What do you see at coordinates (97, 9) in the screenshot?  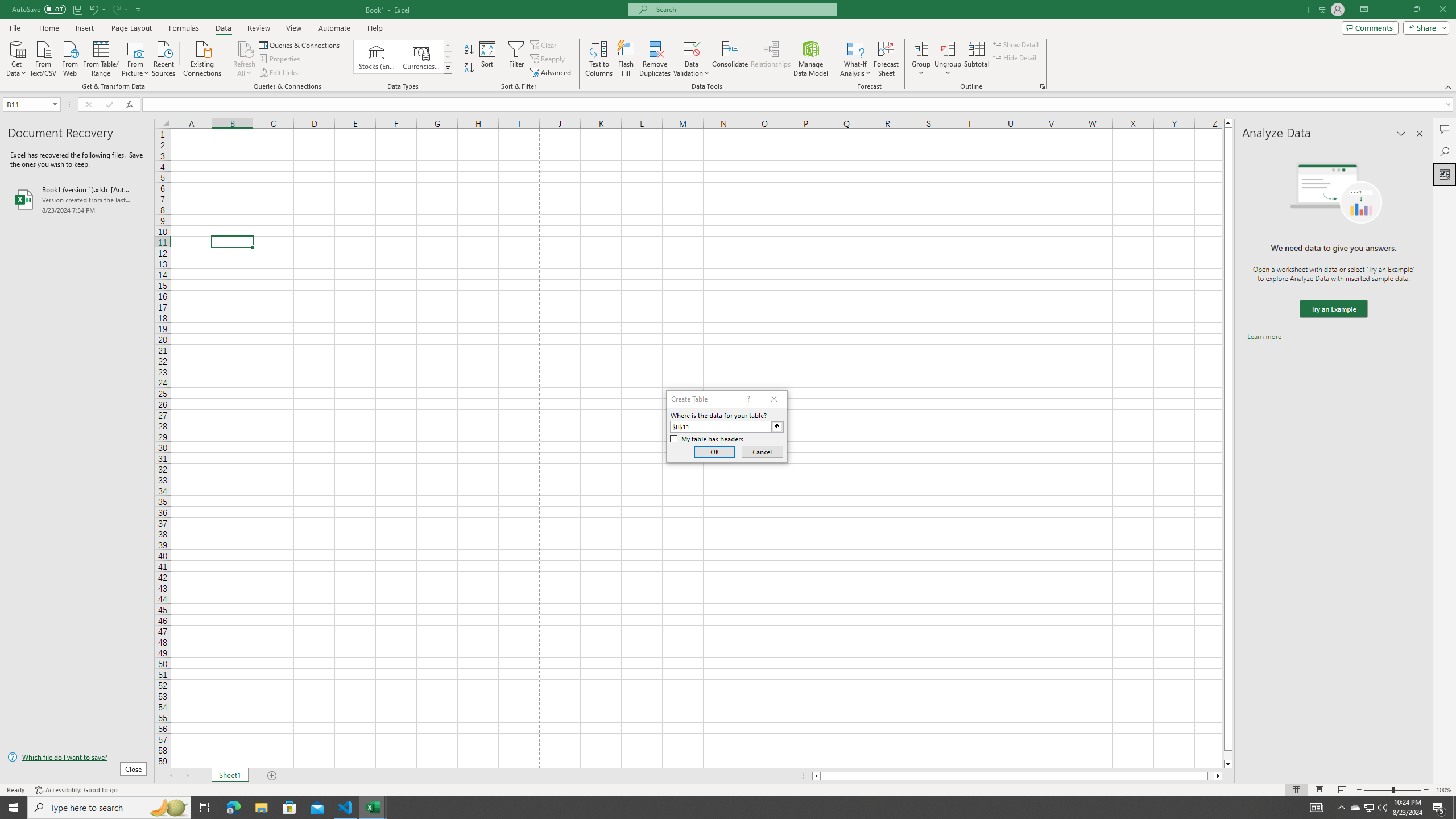 I see `'Undo'` at bounding box center [97, 9].